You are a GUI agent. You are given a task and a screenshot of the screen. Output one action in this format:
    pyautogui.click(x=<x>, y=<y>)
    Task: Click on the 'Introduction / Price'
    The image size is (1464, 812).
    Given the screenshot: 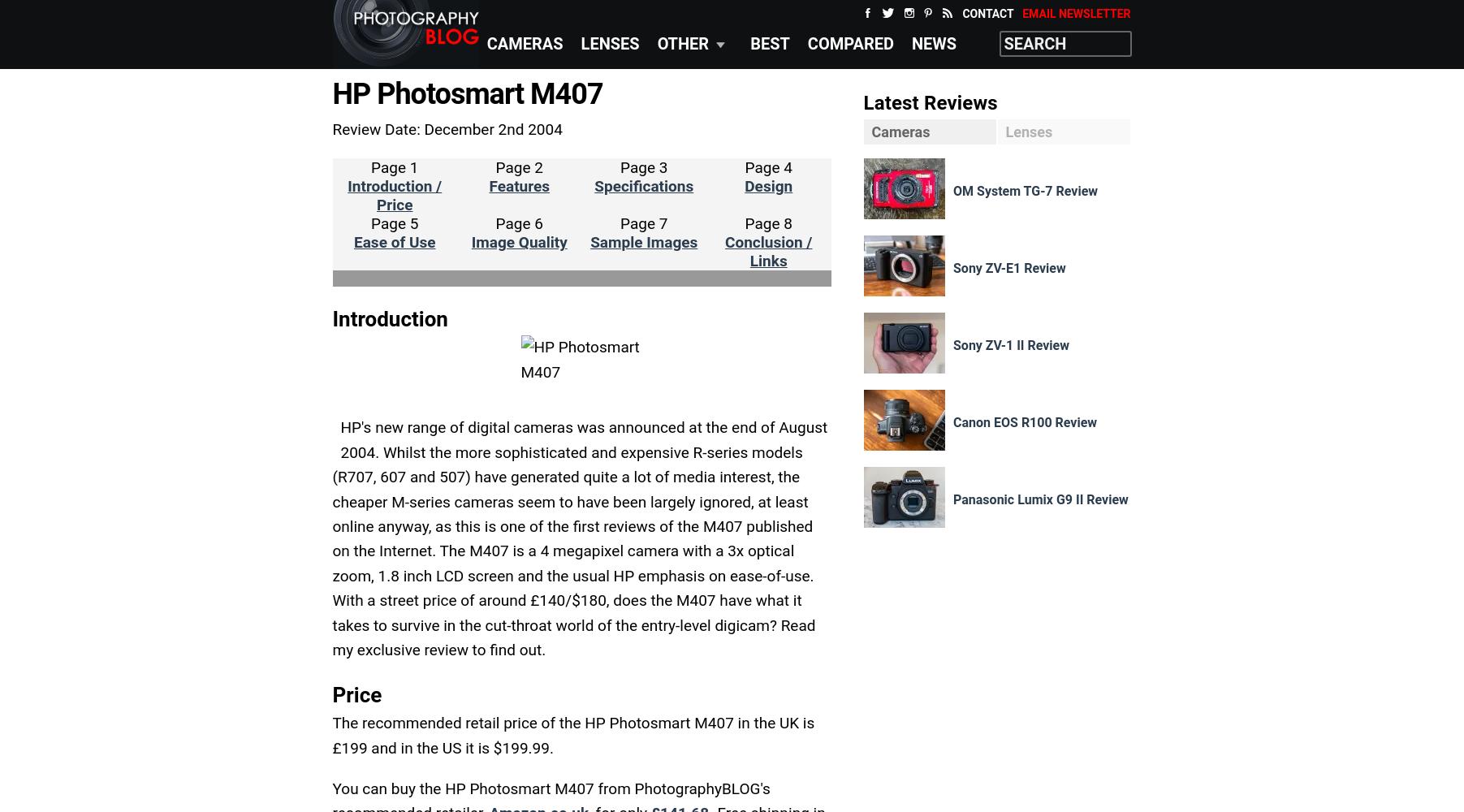 What is the action you would take?
    pyautogui.click(x=395, y=195)
    